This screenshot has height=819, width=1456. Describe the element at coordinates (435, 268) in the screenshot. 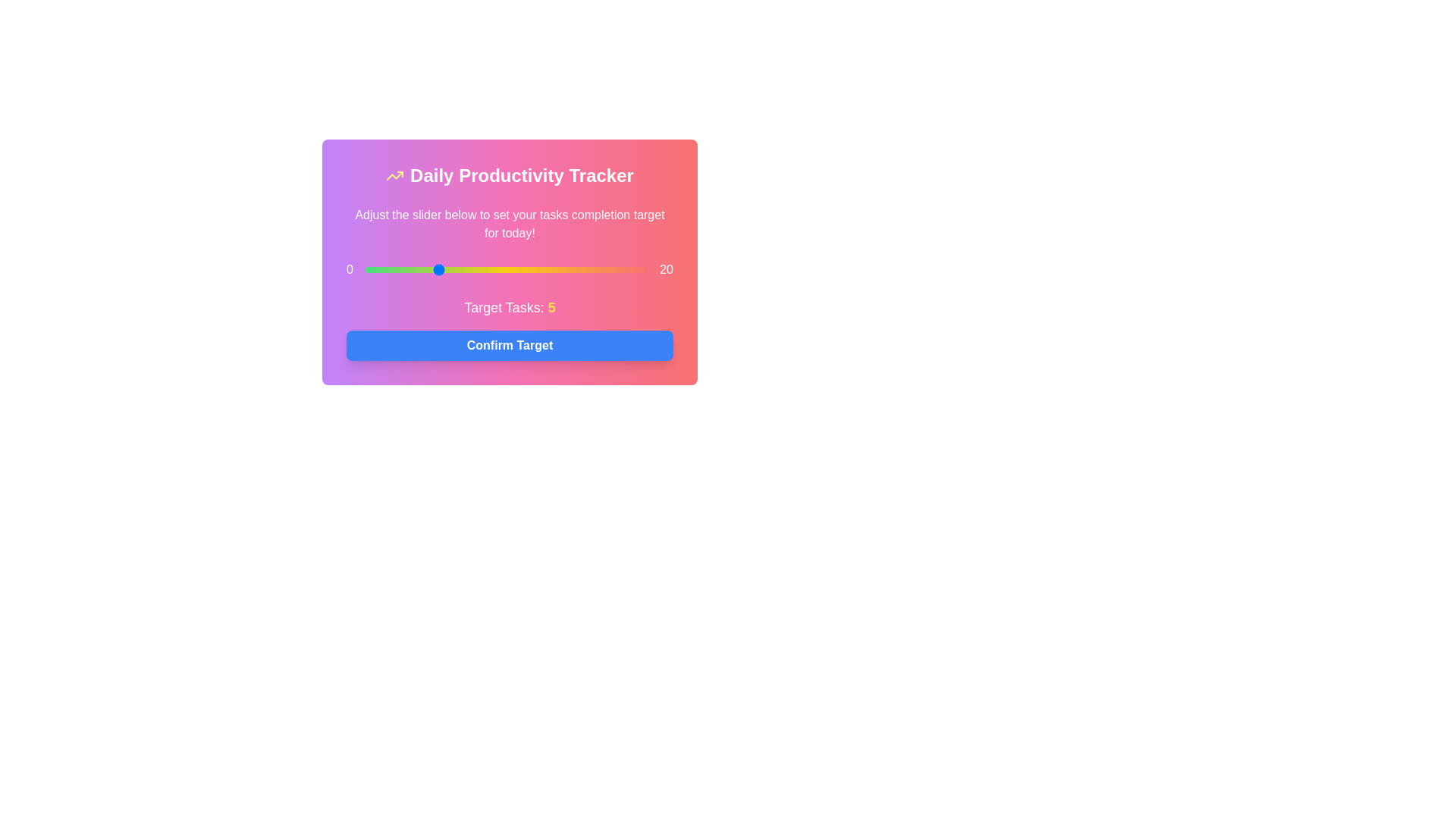

I see `the slider to set the task target to 5` at that location.